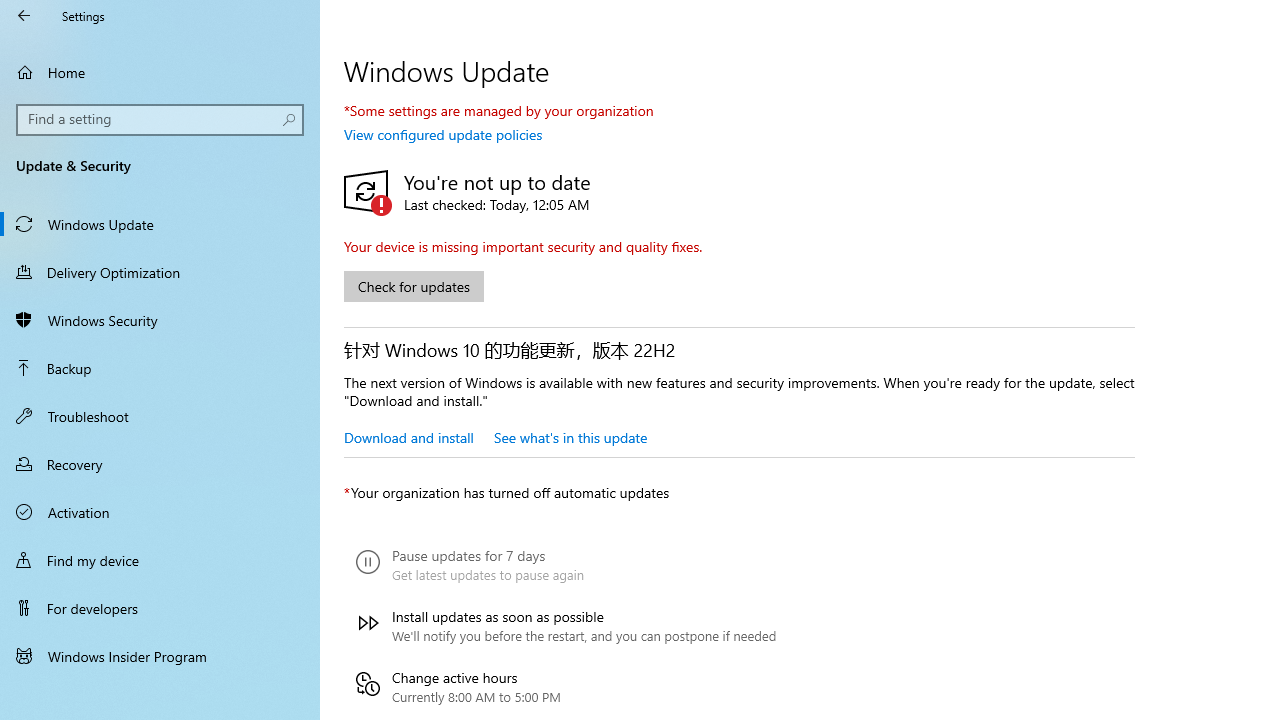 The height and width of the screenshot is (720, 1280). What do you see at coordinates (160, 71) in the screenshot?
I see `'Home'` at bounding box center [160, 71].